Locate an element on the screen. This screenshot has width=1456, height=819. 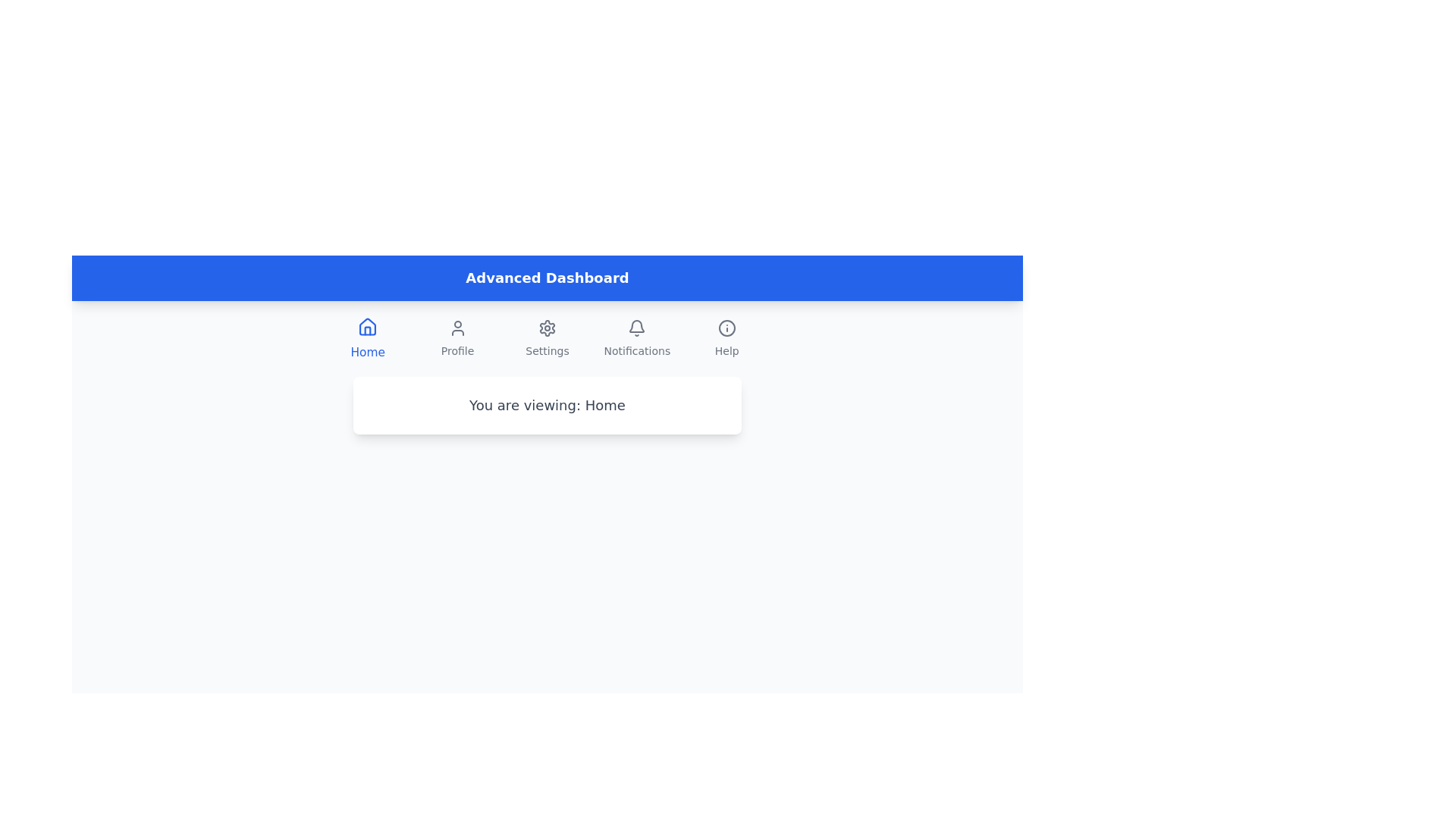
the circular information icon located in the navigation bar above the 'Help' text is located at coordinates (726, 327).